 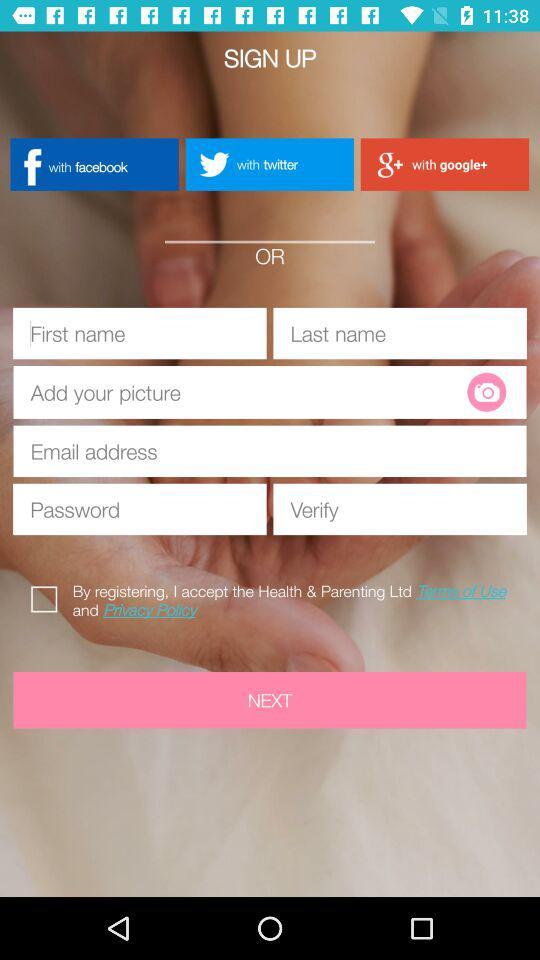 I want to click on upload a picture of your baby, so click(x=485, y=391).